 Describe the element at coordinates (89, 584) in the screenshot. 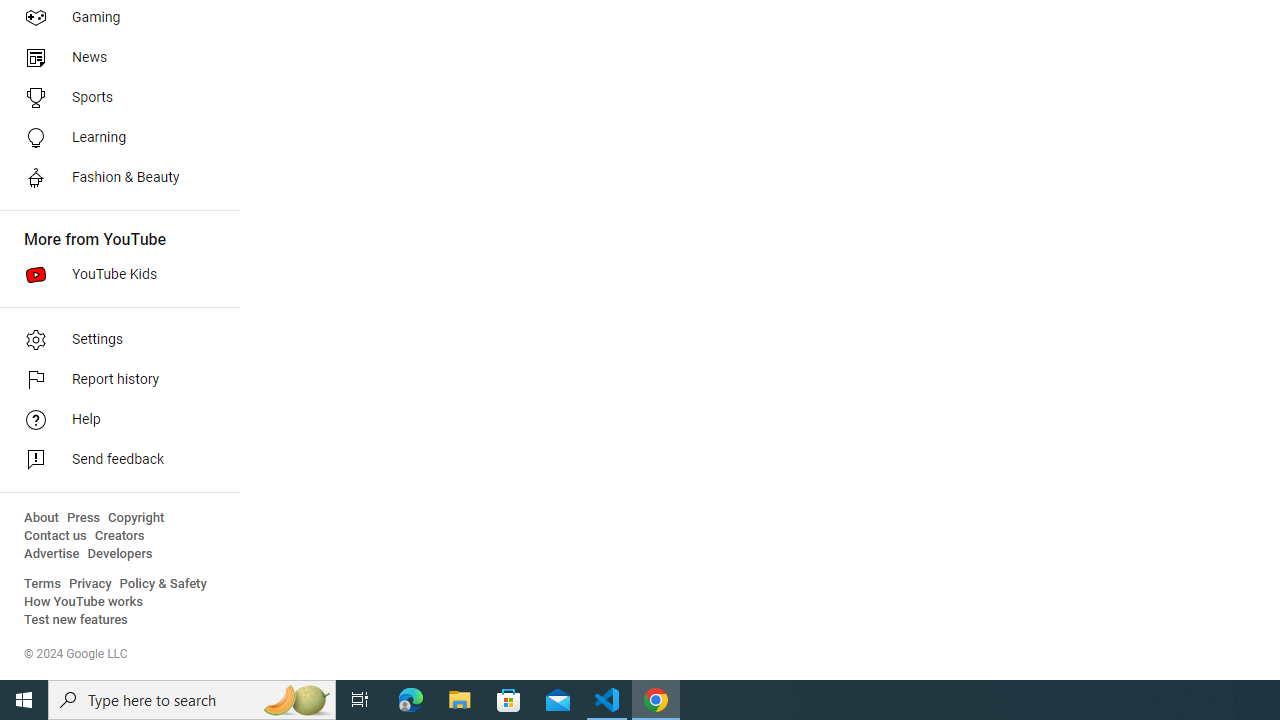

I see `'Privacy'` at that location.